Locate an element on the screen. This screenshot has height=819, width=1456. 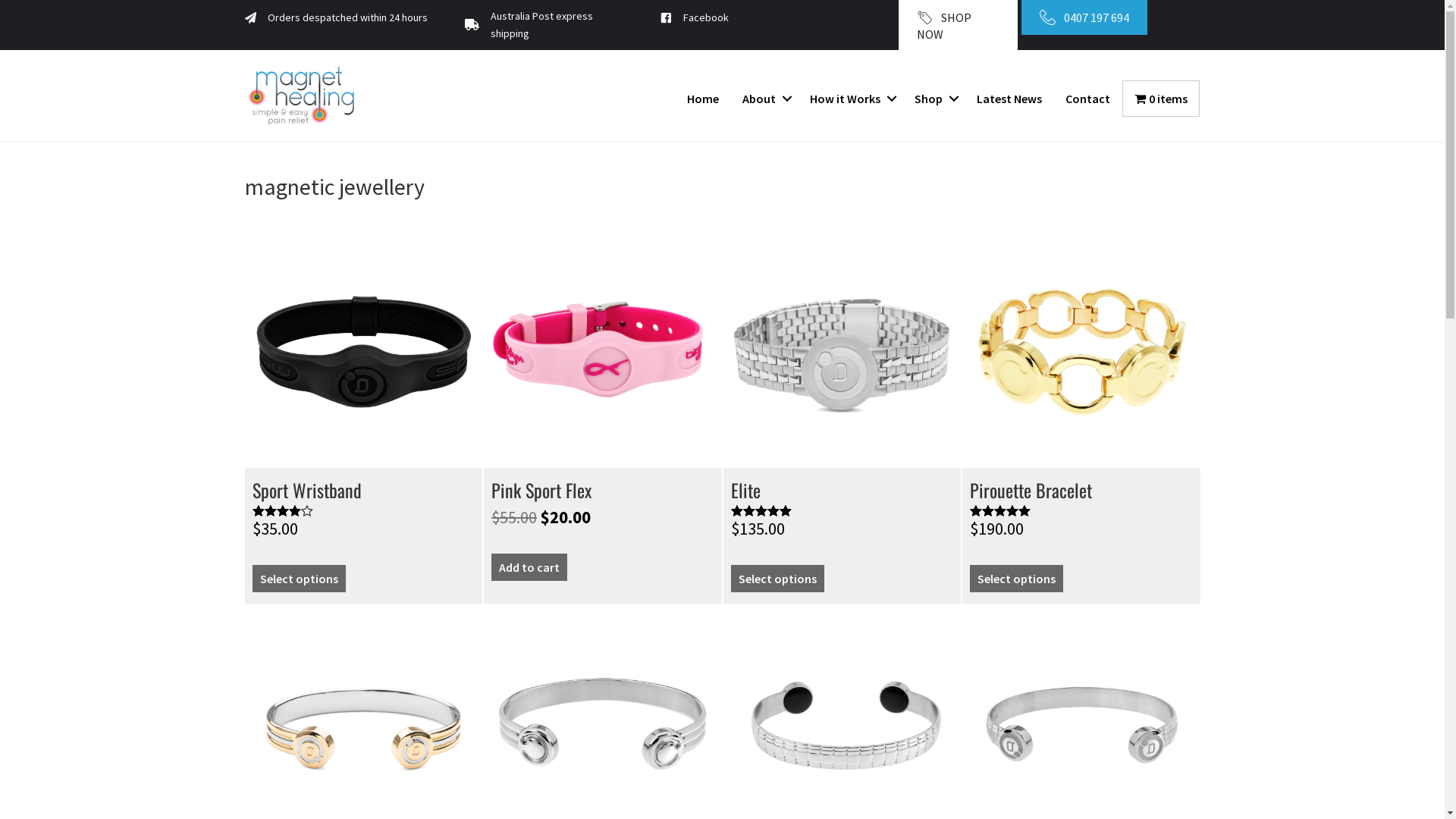
'How it Works' is located at coordinates (797, 99).